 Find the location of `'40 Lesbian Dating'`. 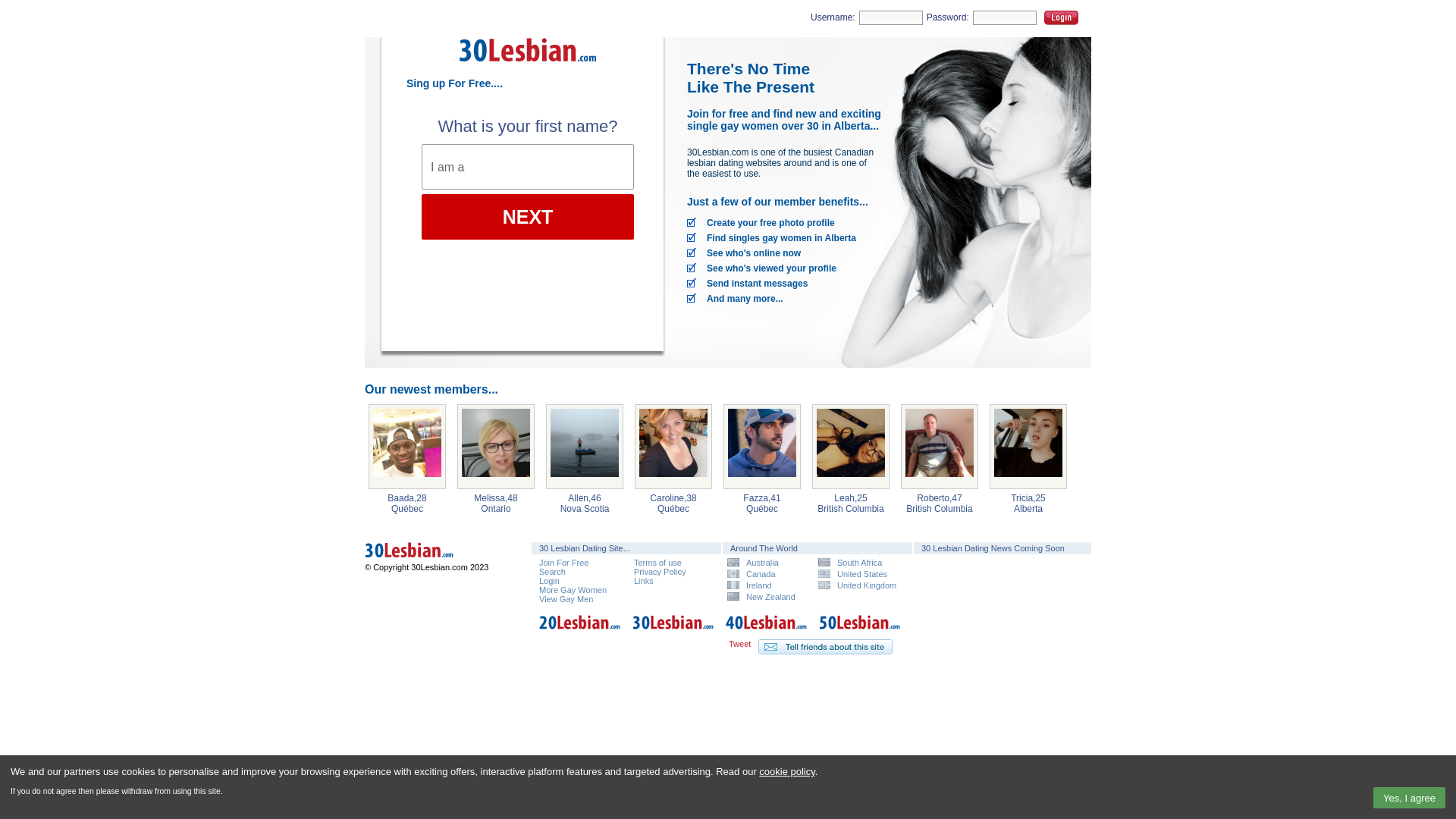

'40 Lesbian Dating' is located at coordinates (767, 631).